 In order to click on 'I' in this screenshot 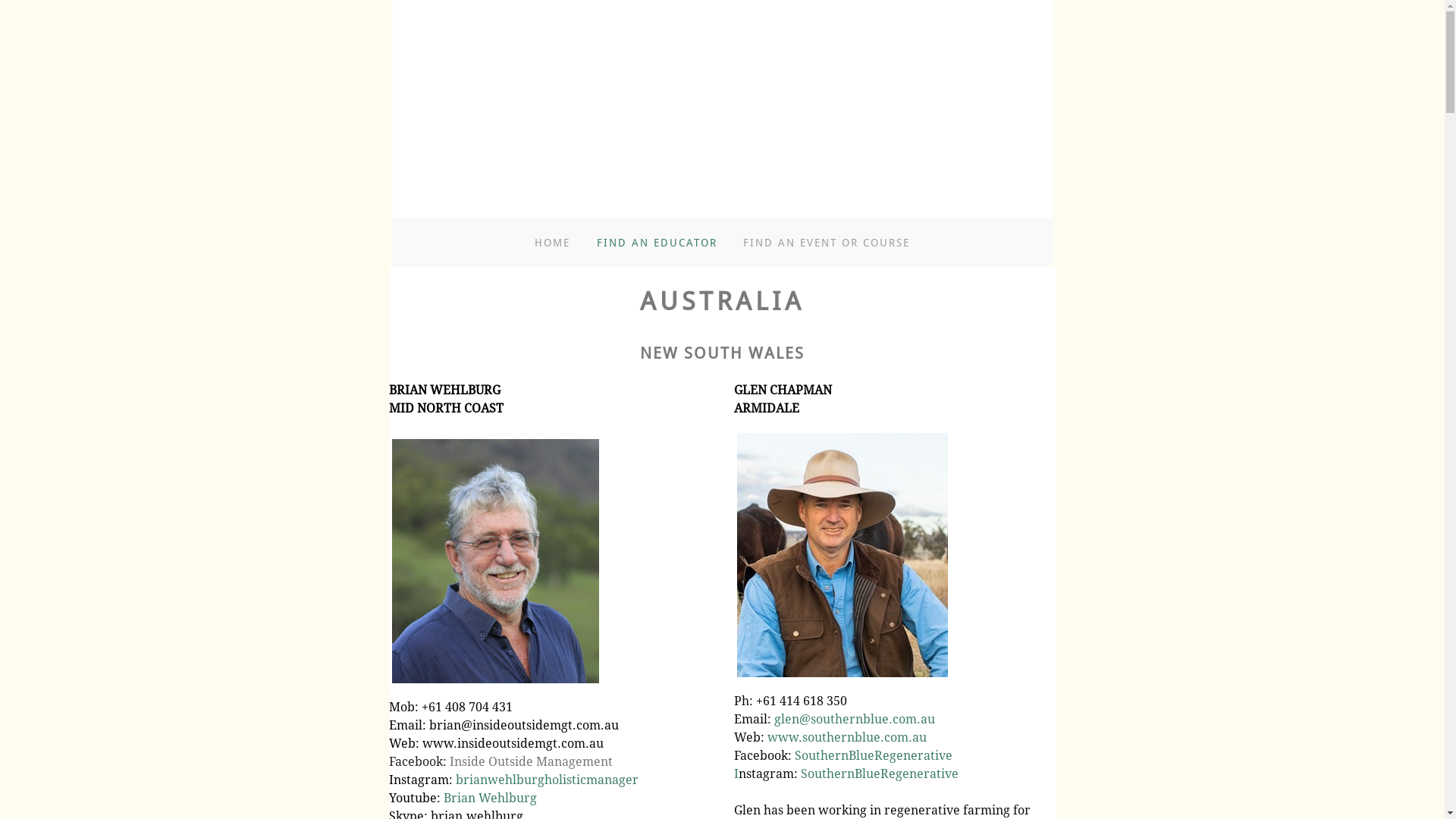, I will do `click(734, 773)`.